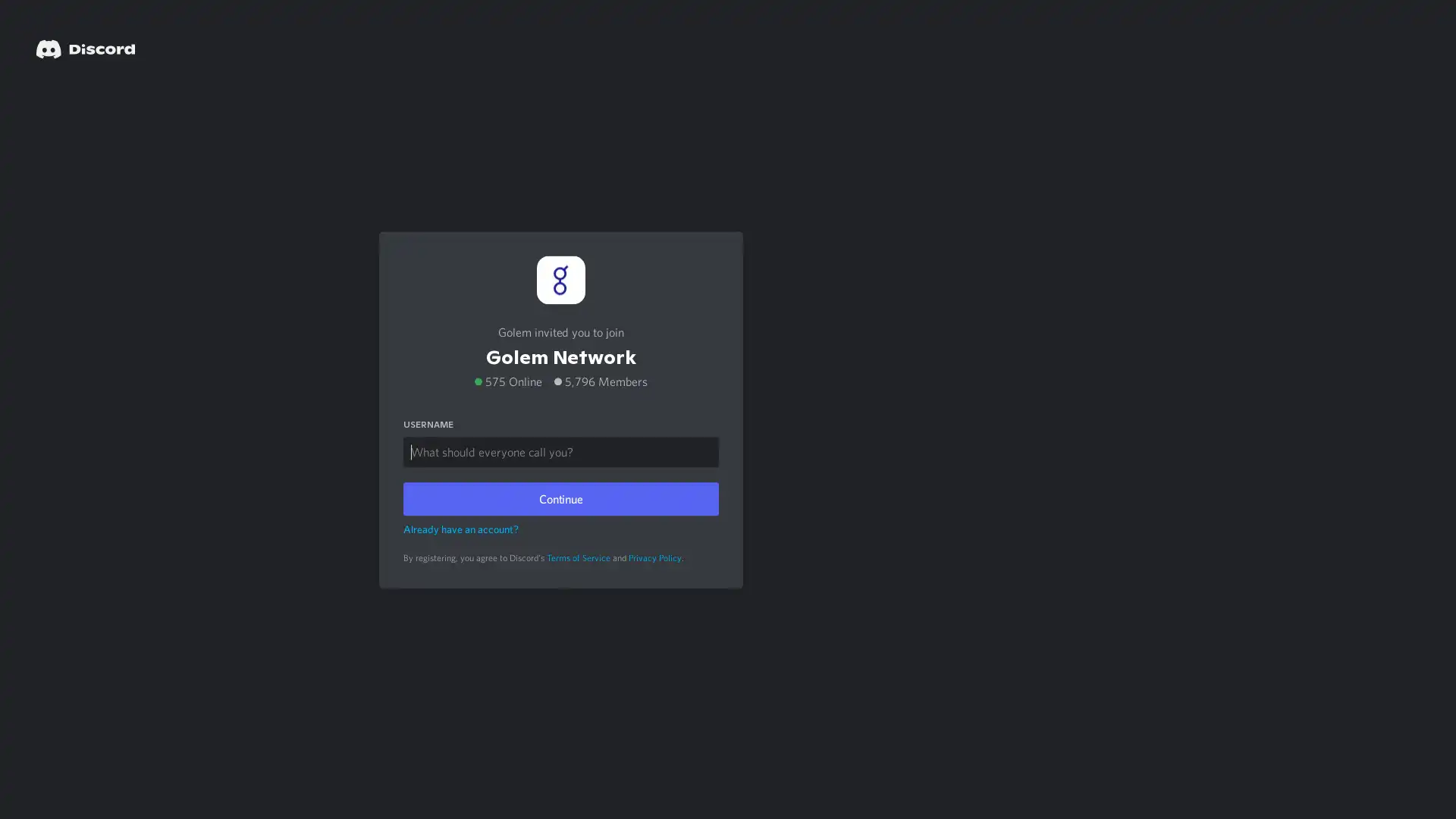 Image resolution: width=1456 pixels, height=819 pixels. What do you see at coordinates (560, 497) in the screenshot?
I see `Continue` at bounding box center [560, 497].